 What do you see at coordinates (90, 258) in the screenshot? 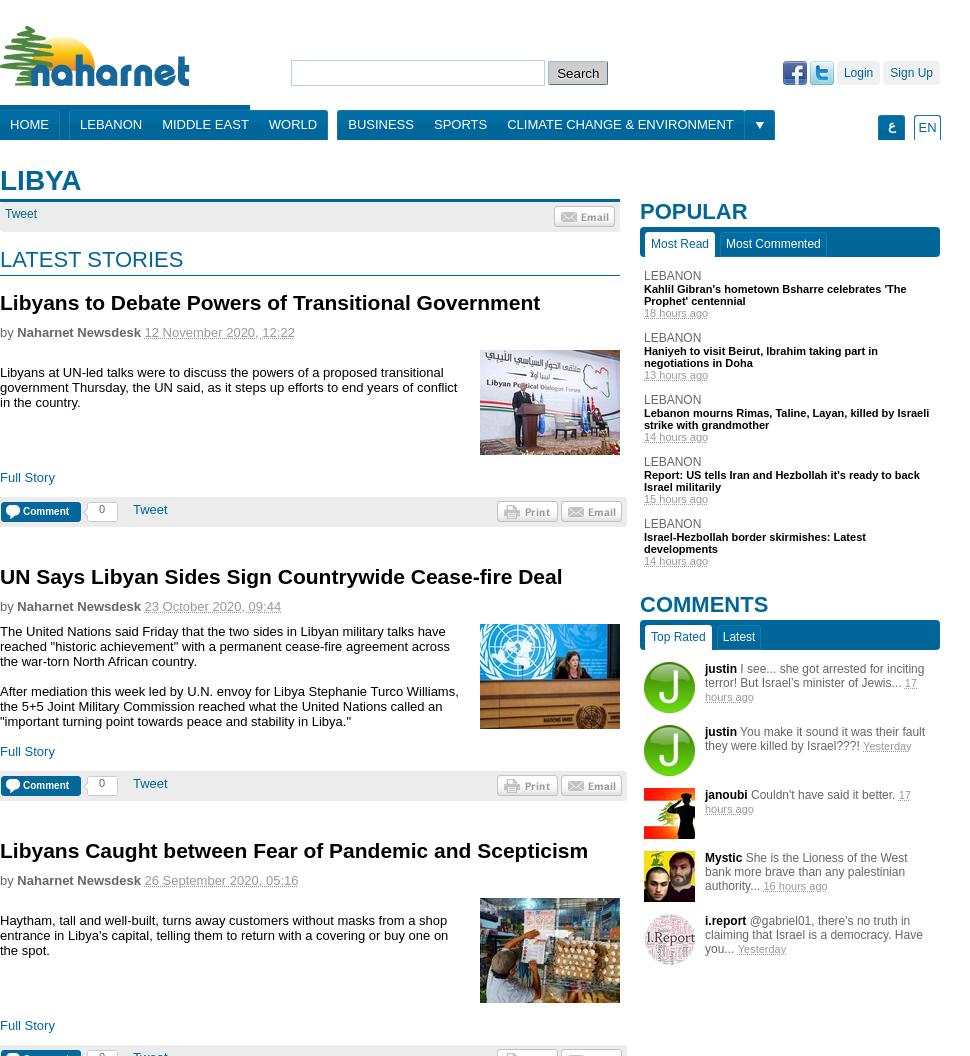
I see `'Latest stories'` at bounding box center [90, 258].